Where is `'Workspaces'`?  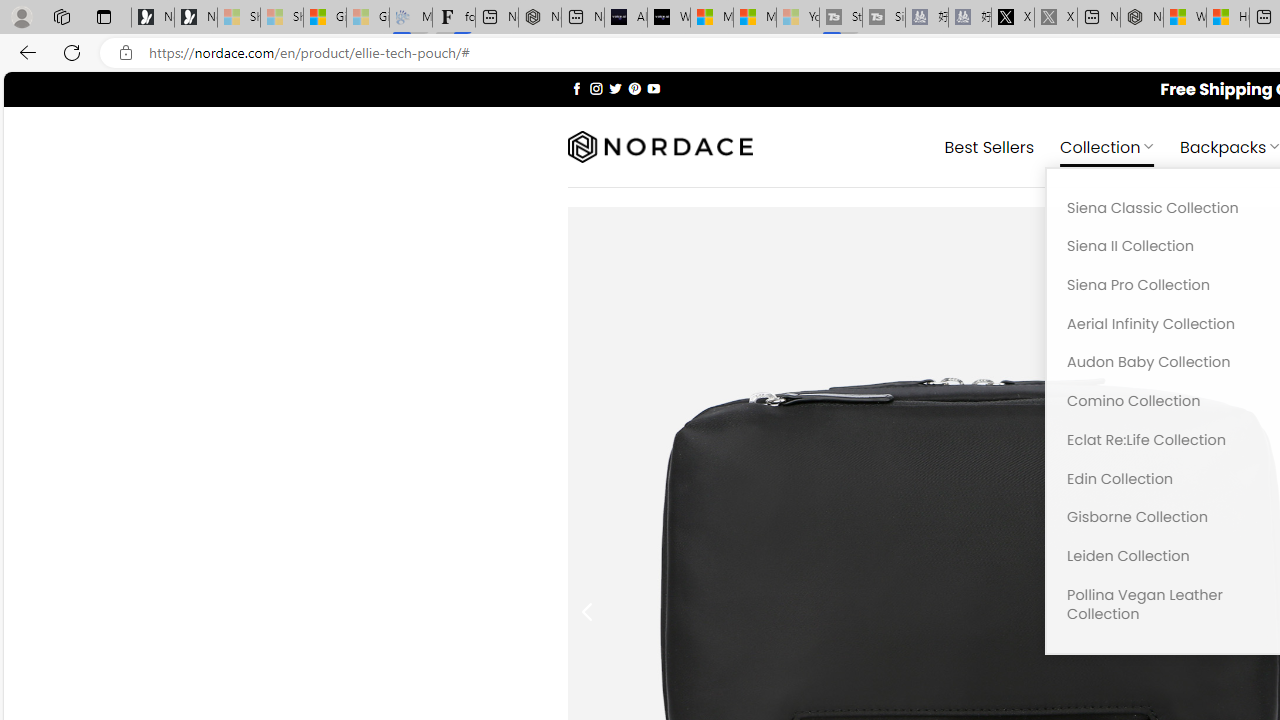 'Workspaces' is located at coordinates (61, 16).